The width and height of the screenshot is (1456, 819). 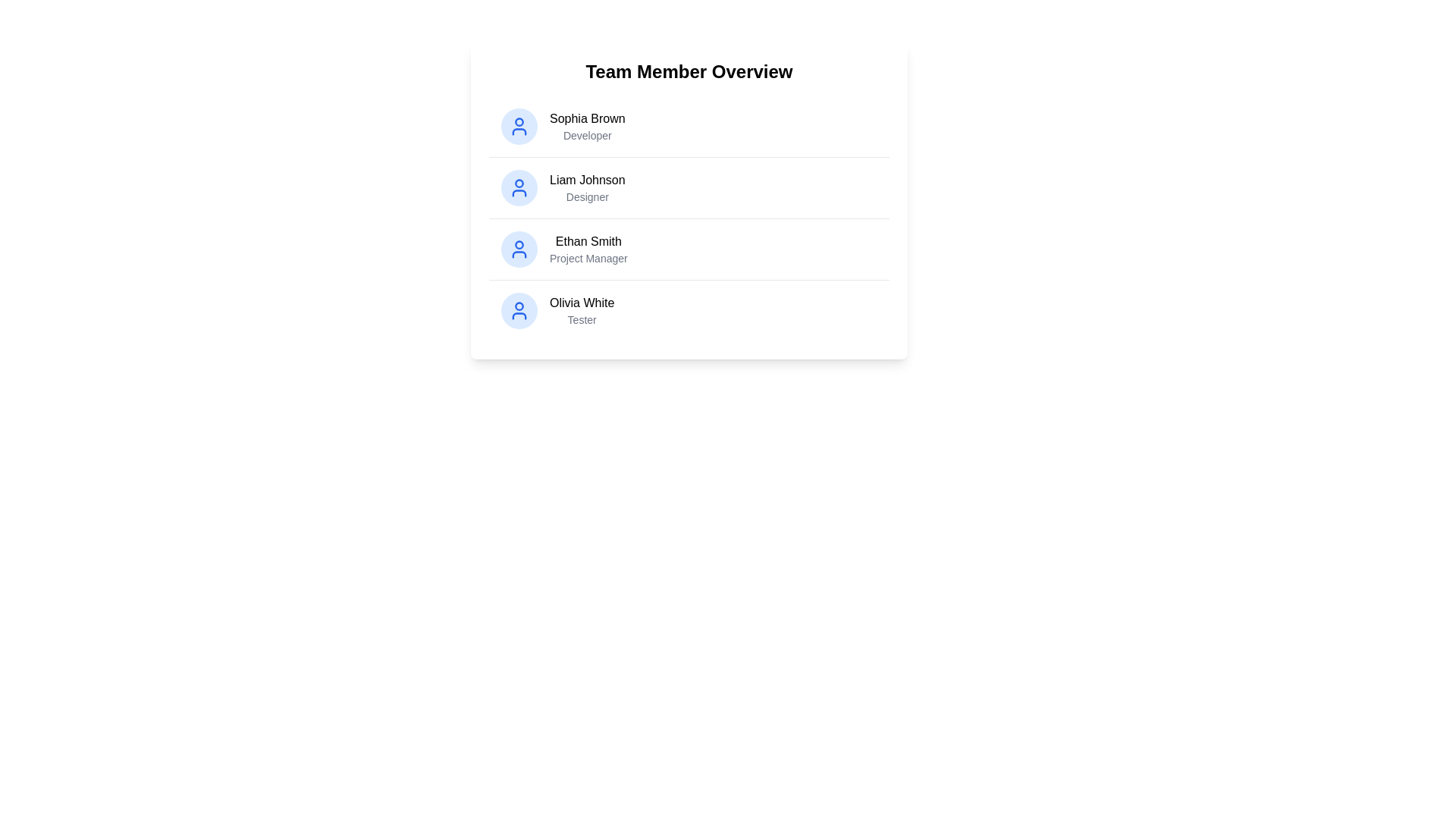 I want to click on the user profile icon representing 'Olivia White' in the fourth row of the Team Member Overview, which is non-interactive and serves a decorative purpose, so click(x=519, y=309).